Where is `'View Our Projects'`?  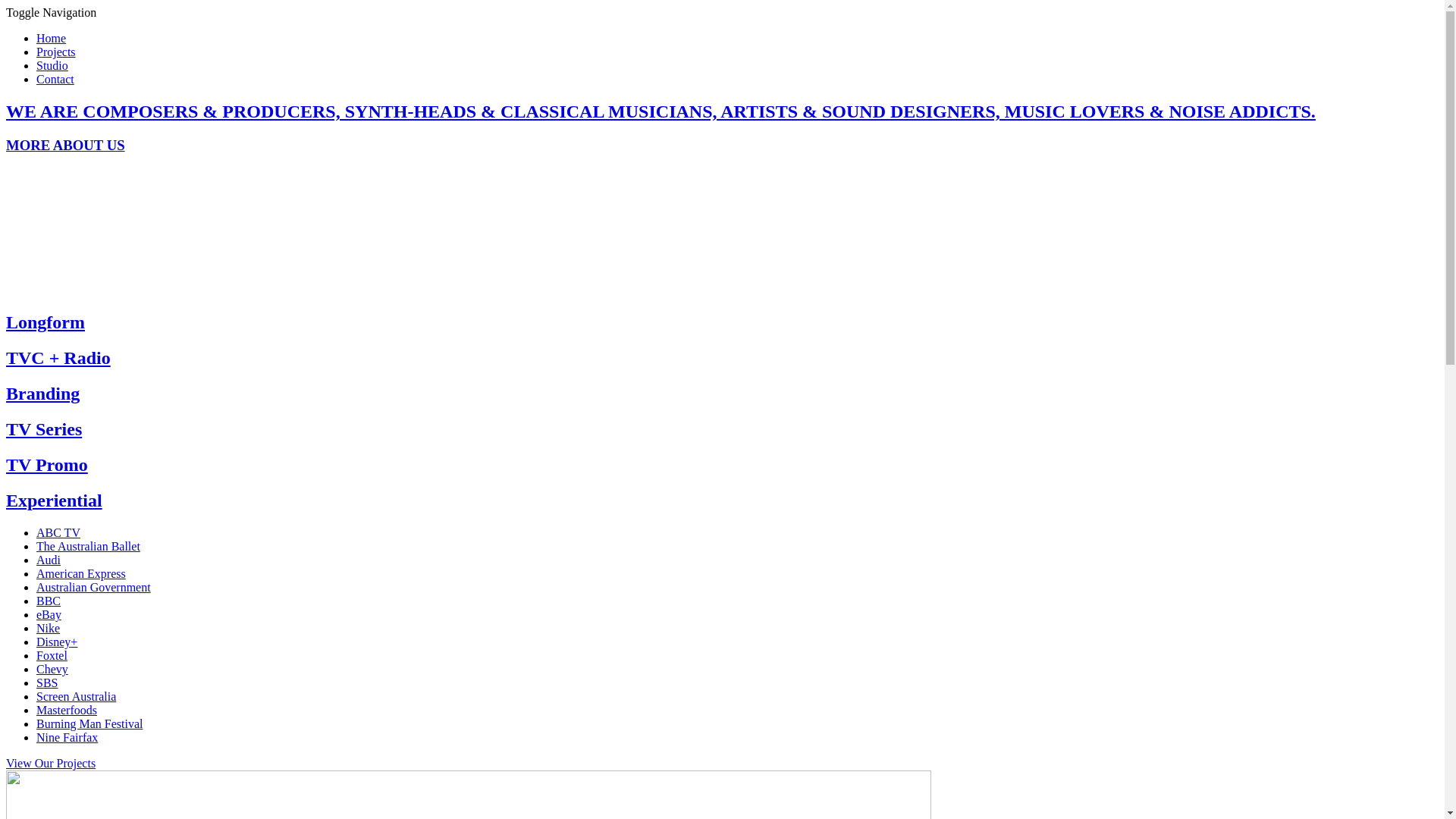 'View Our Projects' is located at coordinates (51, 763).